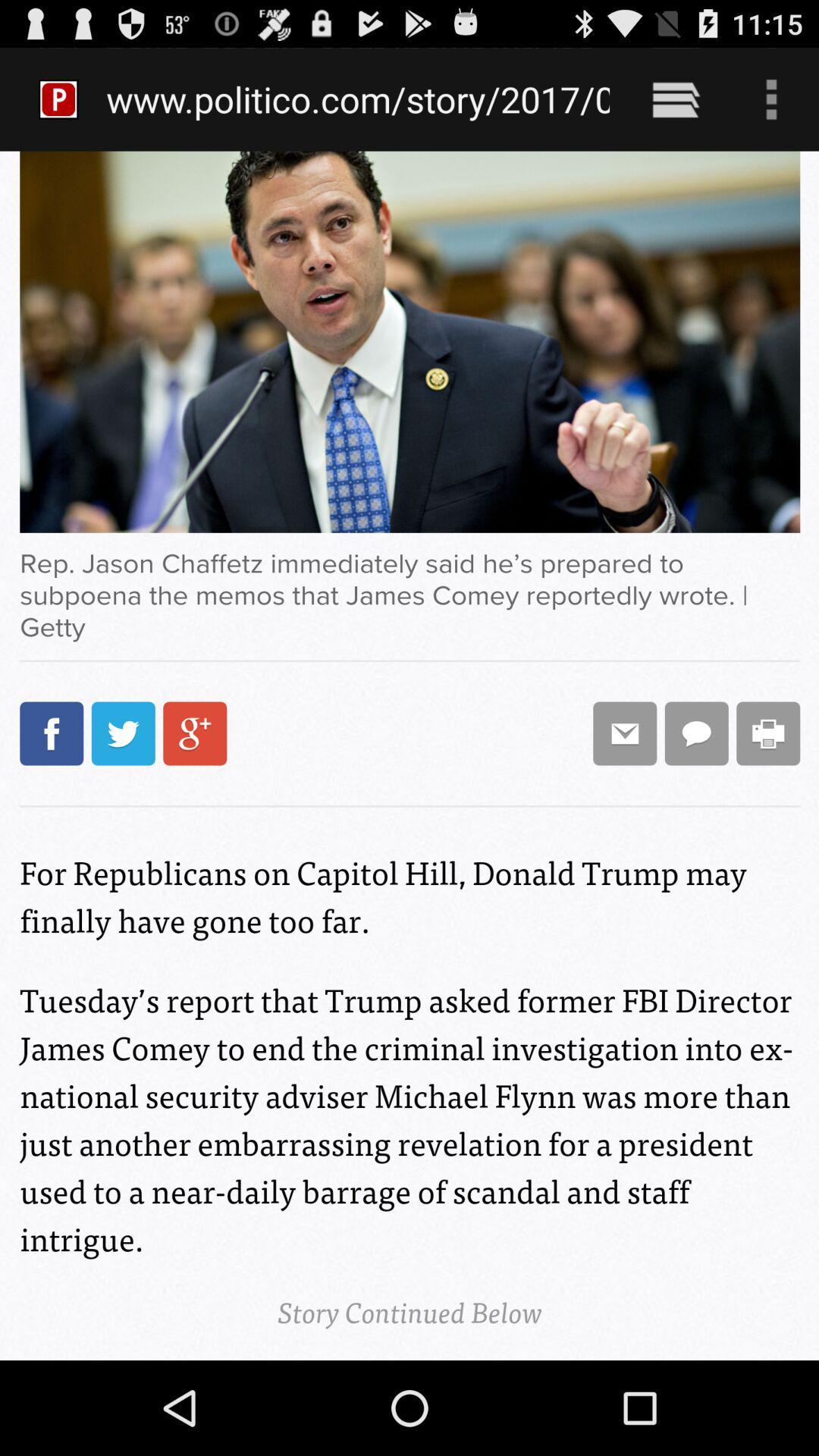 Image resolution: width=819 pixels, height=1456 pixels. What do you see at coordinates (675, 99) in the screenshot?
I see `item next to the www politico com item` at bounding box center [675, 99].